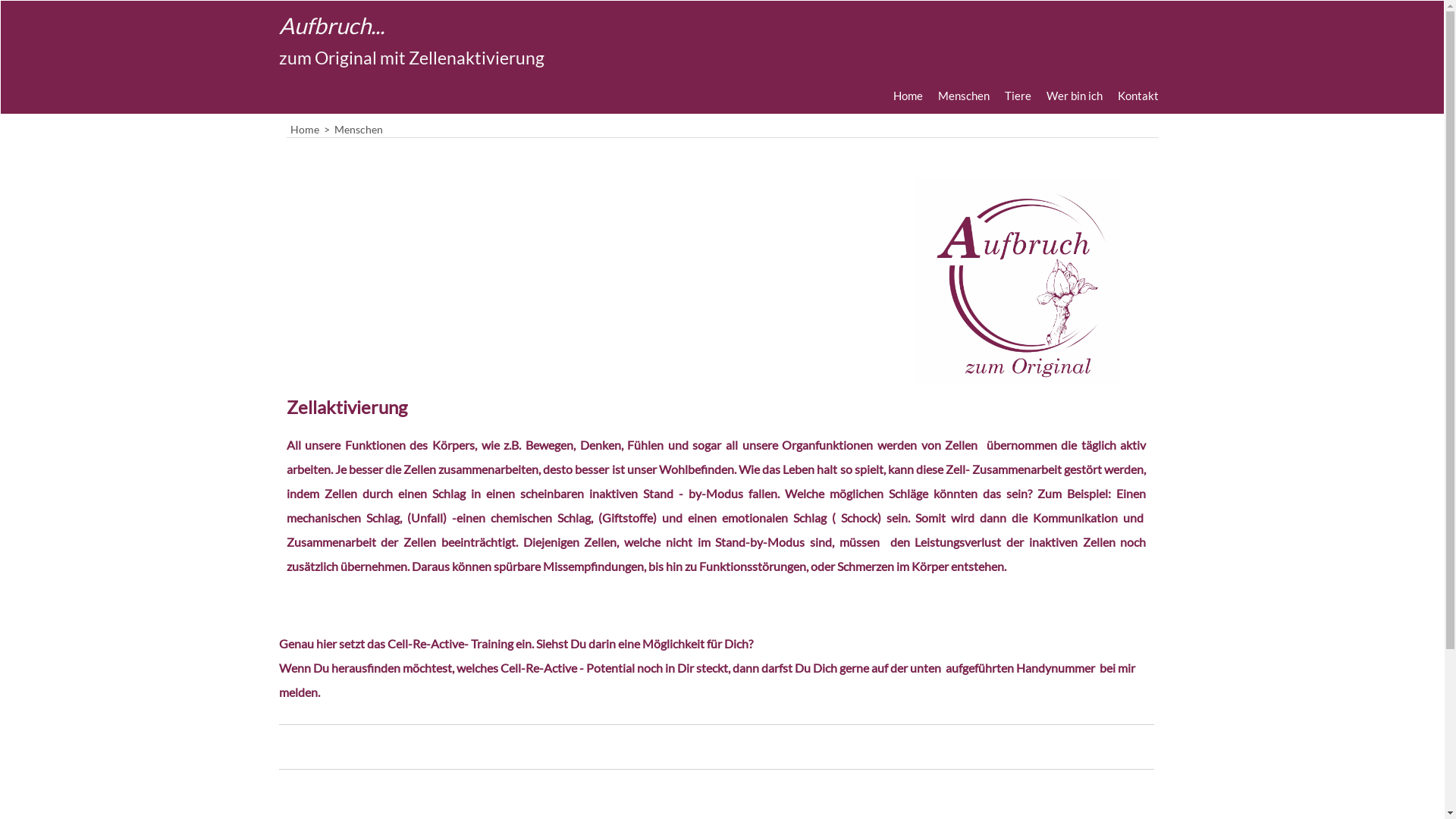  Describe the element at coordinates (279, 26) in the screenshot. I see `'Aufbruch...'` at that location.